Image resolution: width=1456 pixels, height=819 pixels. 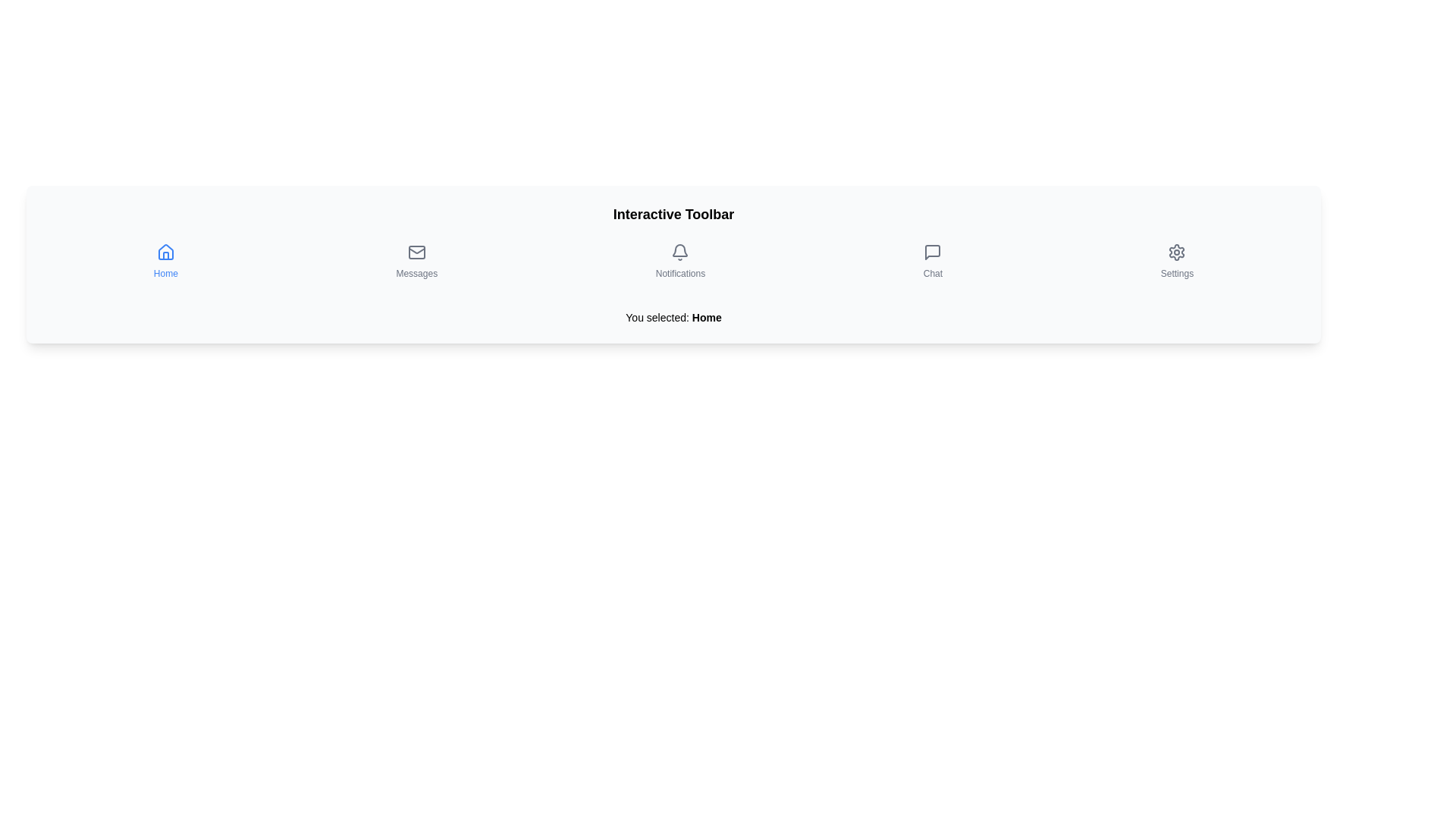 I want to click on the 'Messages' text label located centrally below the envelope icon in the interactive toolbar, which provides context for the associated button, so click(x=416, y=274).